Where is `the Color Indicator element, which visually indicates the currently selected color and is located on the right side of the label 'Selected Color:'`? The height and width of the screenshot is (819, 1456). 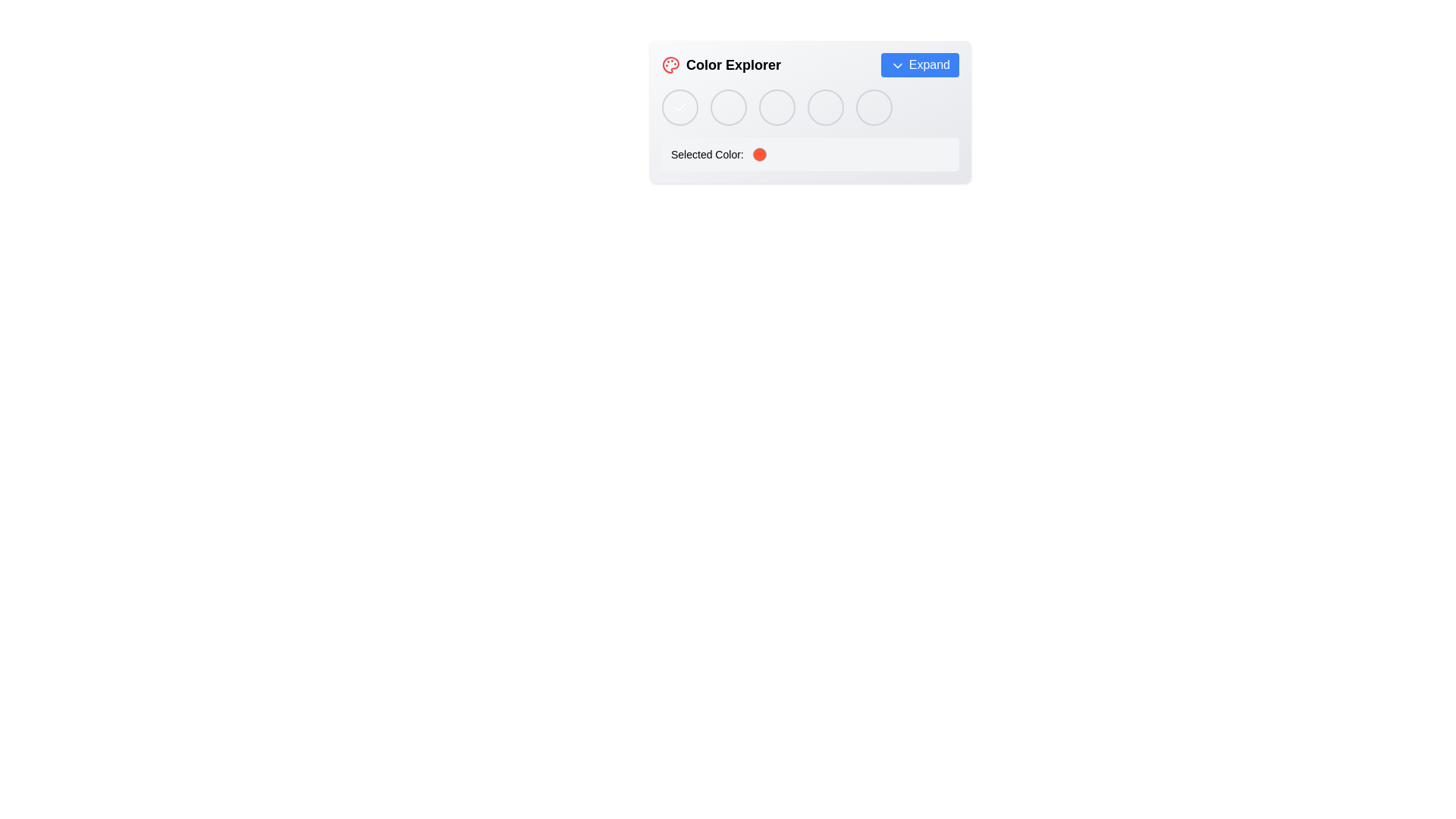
the Color Indicator element, which visually indicates the currently selected color and is located on the right side of the label 'Selected Color:' is located at coordinates (759, 155).